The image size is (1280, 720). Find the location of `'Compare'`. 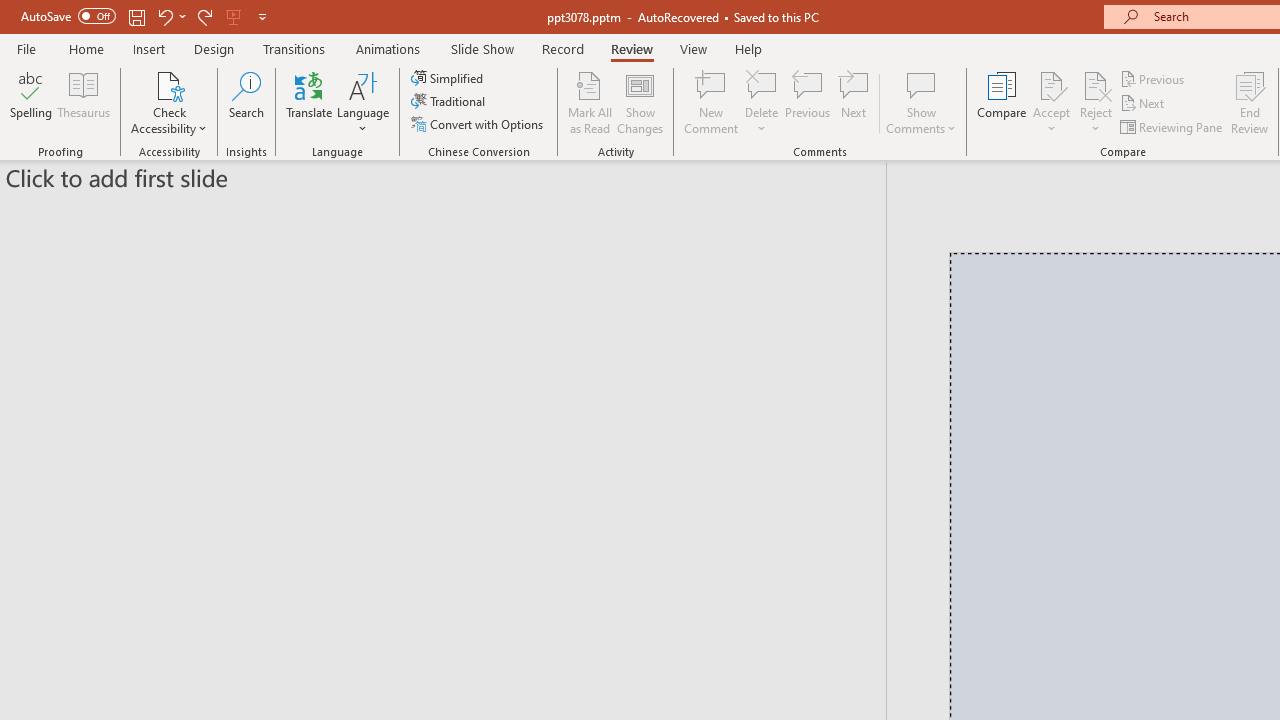

'Compare' is located at coordinates (1002, 103).